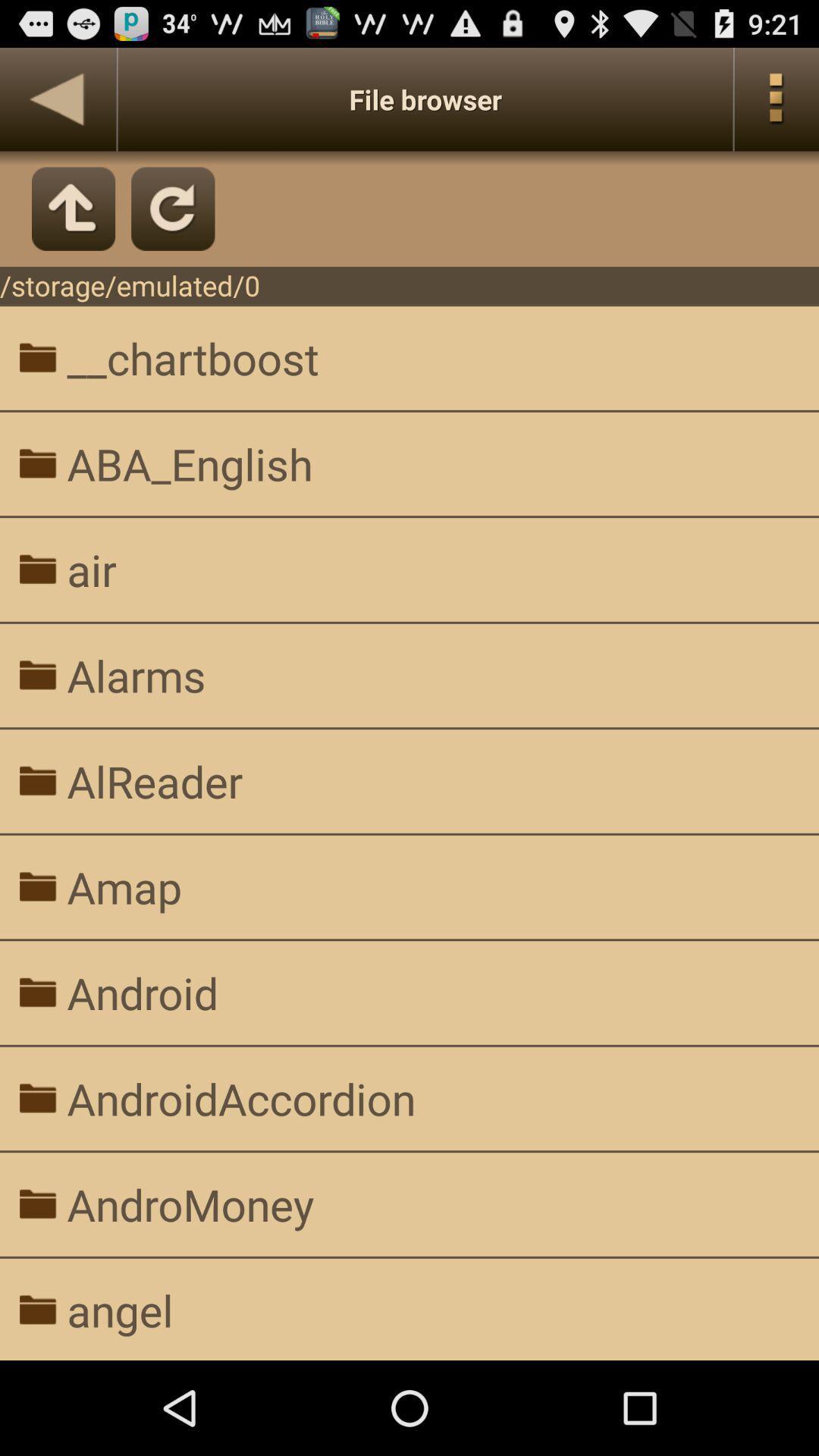 The width and height of the screenshot is (819, 1456). Describe the element at coordinates (172, 222) in the screenshot. I see `the refresh icon` at that location.